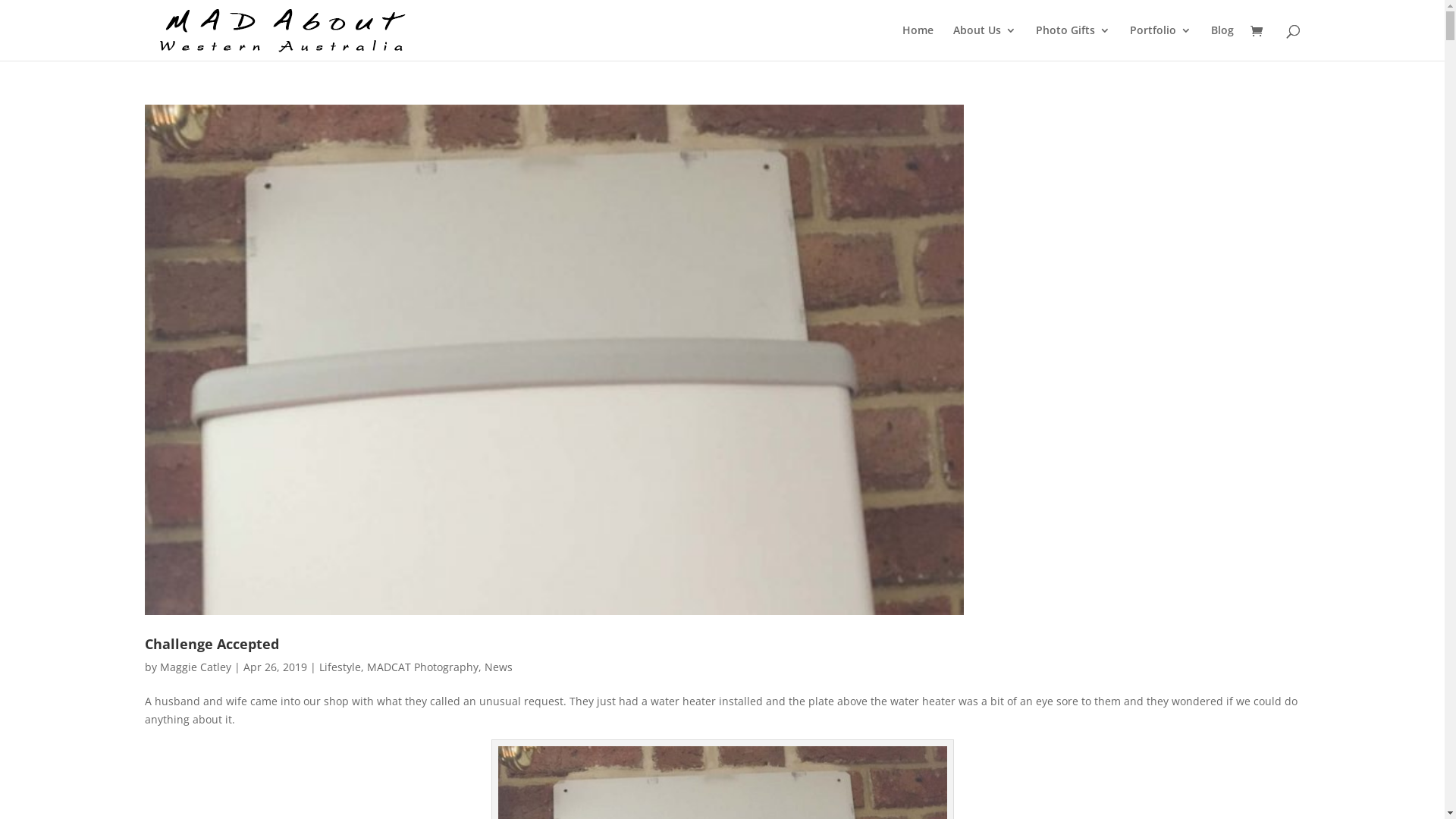 The width and height of the screenshot is (1456, 819). I want to click on 'Photo Gifts', so click(1035, 42).